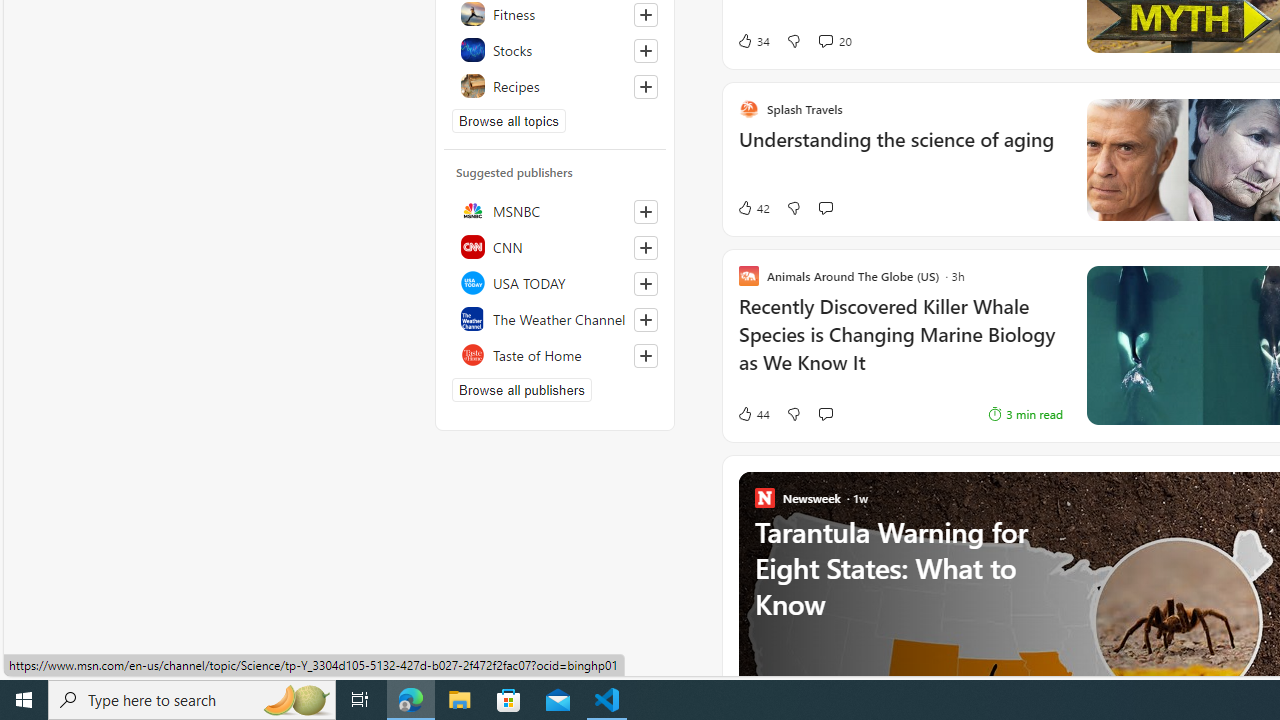 The width and height of the screenshot is (1280, 720). I want to click on 'Follow this source', so click(645, 355).